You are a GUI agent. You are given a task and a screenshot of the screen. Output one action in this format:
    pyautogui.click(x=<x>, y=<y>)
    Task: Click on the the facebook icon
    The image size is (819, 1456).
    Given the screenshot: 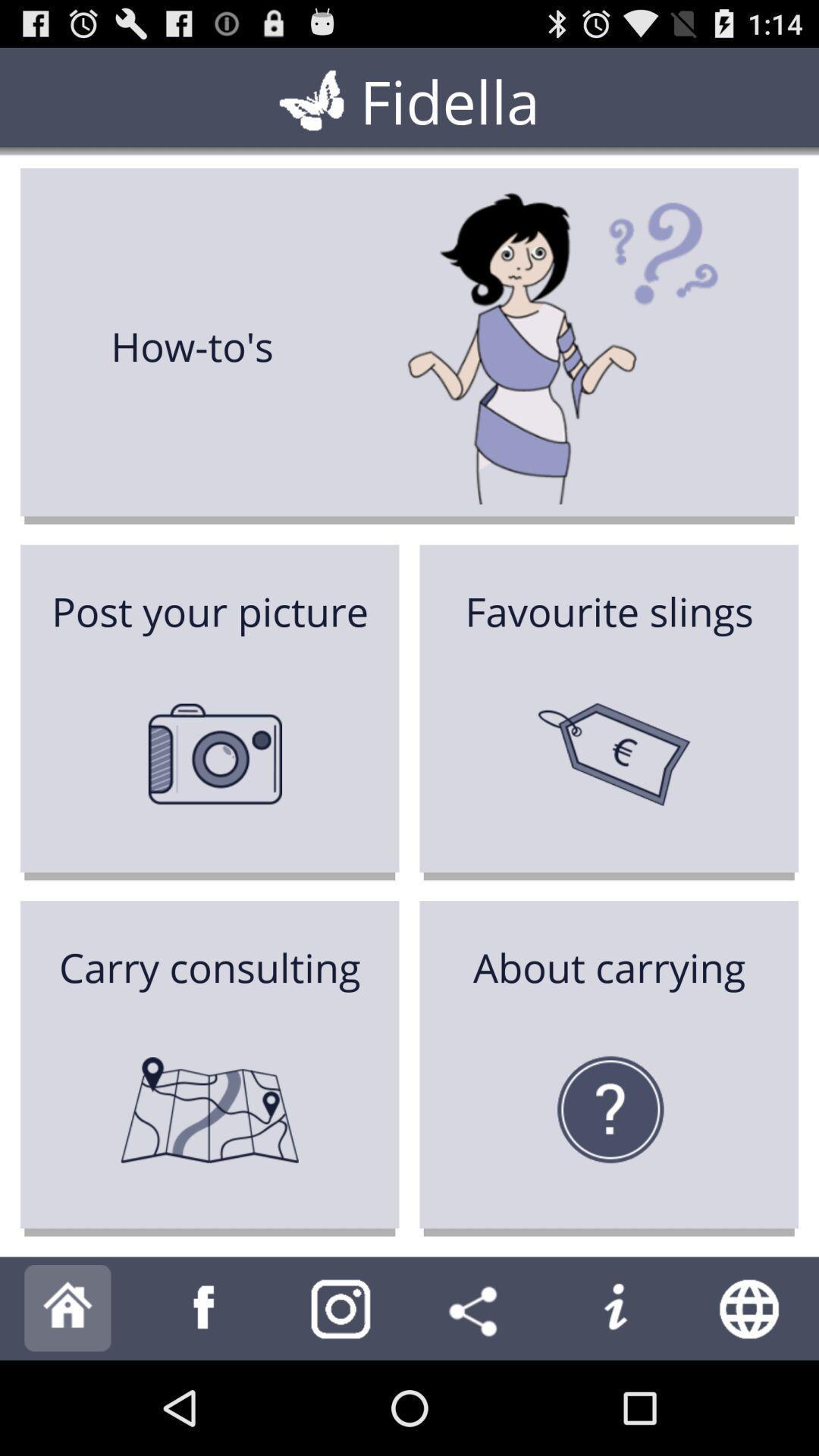 What is the action you would take?
    pyautogui.click(x=205, y=1400)
    